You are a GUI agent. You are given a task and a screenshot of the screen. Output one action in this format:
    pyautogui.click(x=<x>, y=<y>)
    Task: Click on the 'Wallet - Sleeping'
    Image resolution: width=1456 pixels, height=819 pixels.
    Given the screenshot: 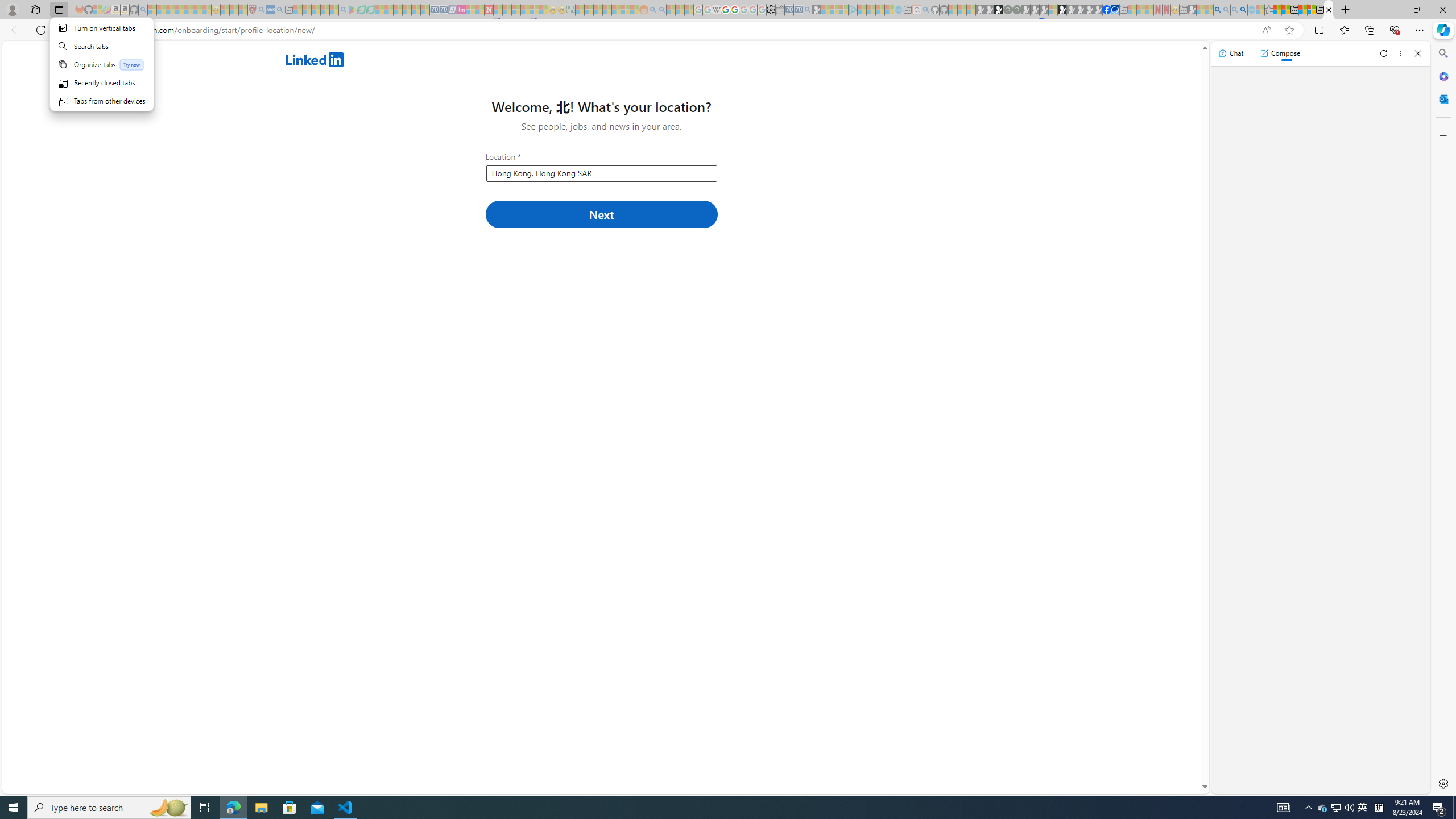 What is the action you would take?
    pyautogui.click(x=779, y=9)
    